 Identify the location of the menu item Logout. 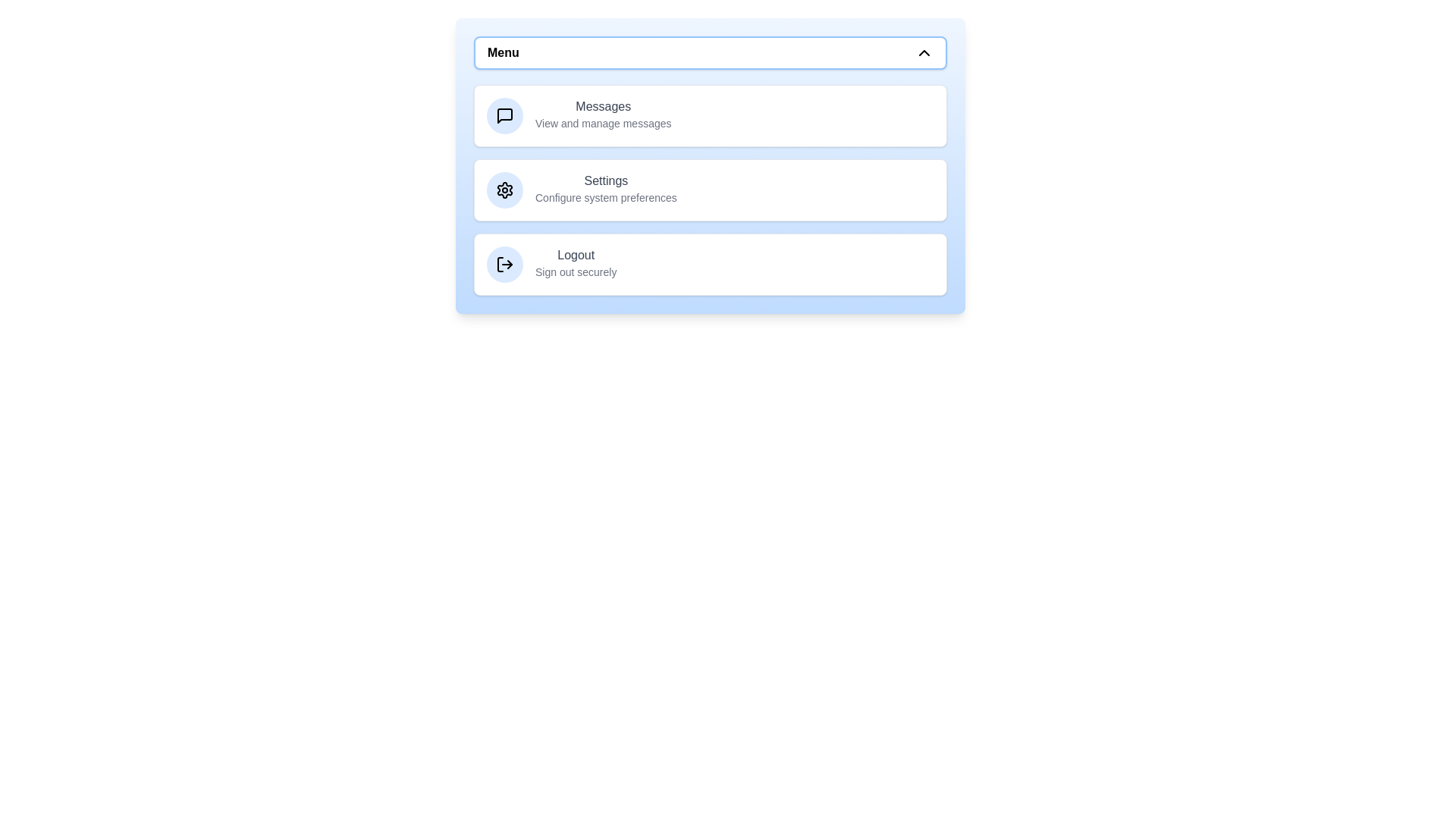
(709, 263).